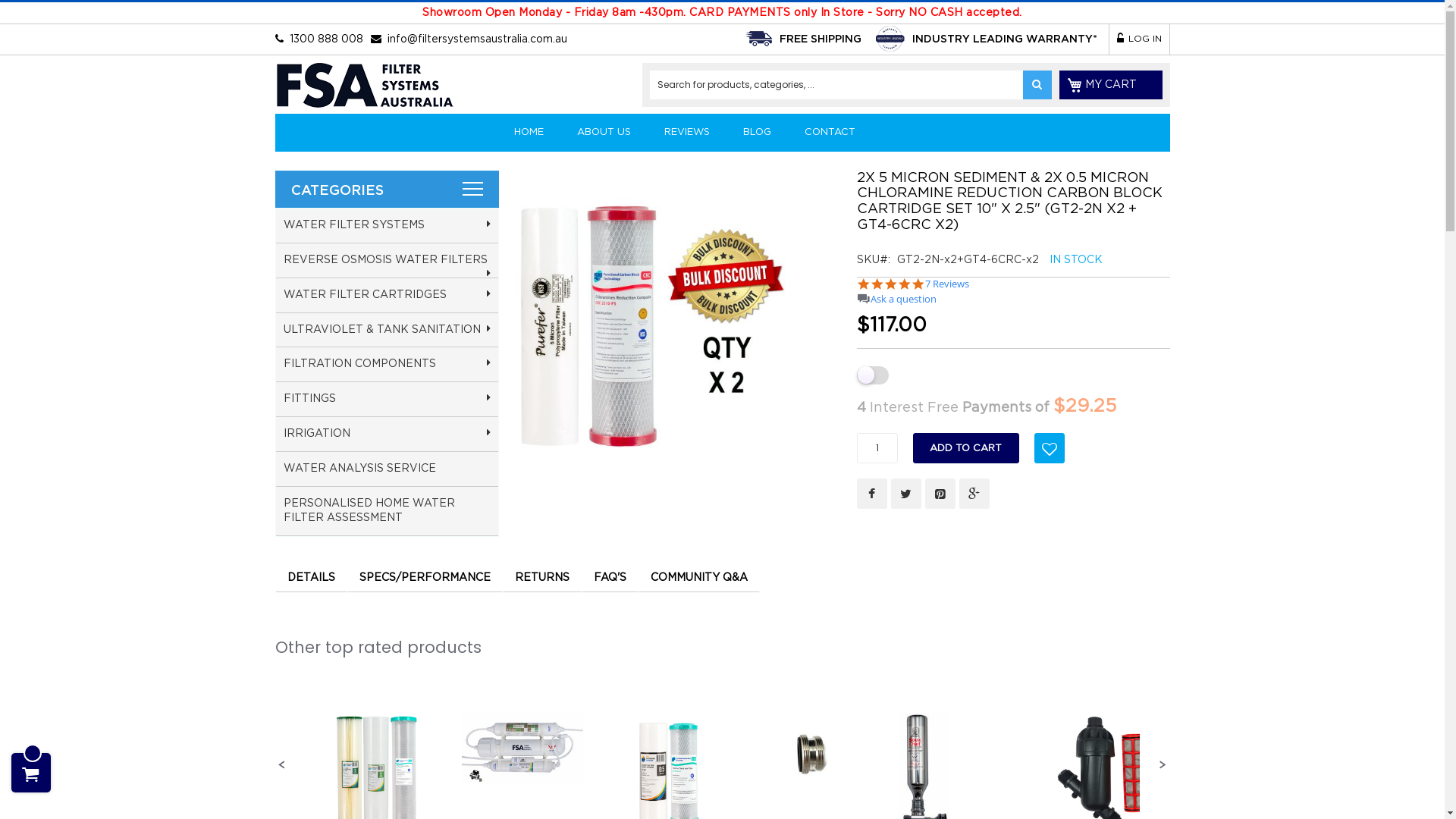  I want to click on 'ADD TO CART', so click(965, 447).